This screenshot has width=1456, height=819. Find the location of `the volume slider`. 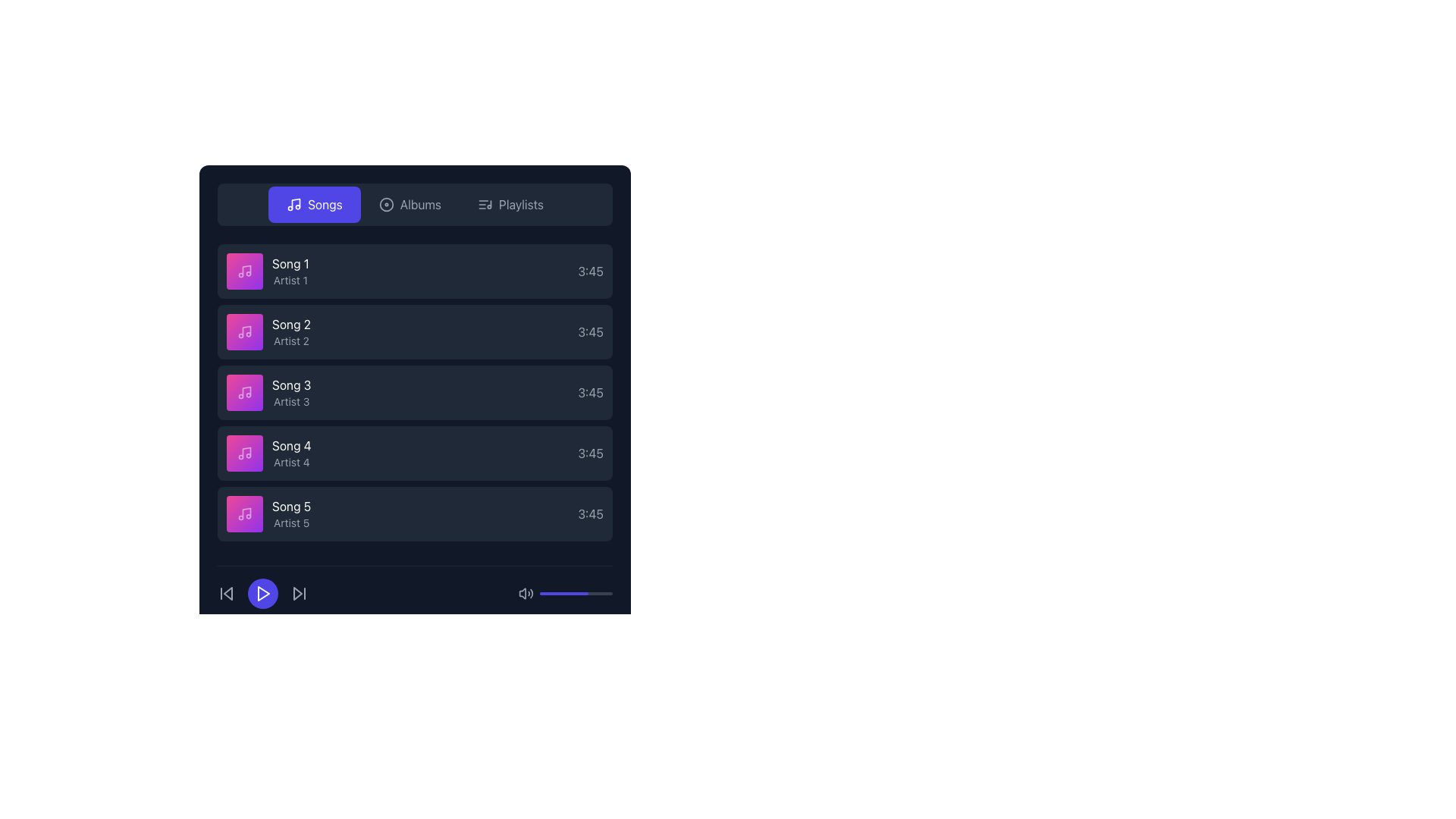

the volume slider is located at coordinates (542, 593).